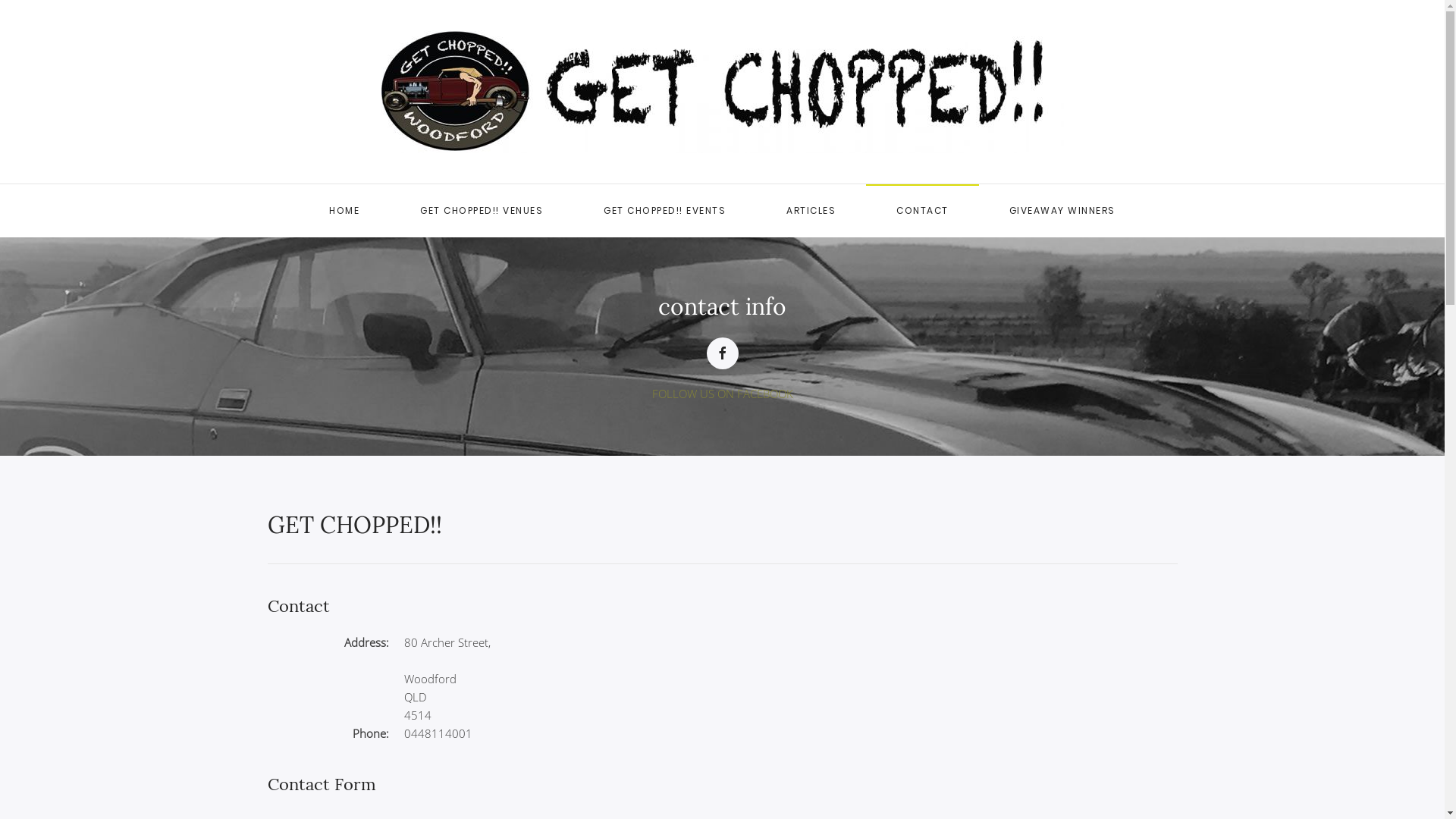  Describe the element at coordinates (664, 210) in the screenshot. I see `'GET CHOPPED!! EVENTS'` at that location.